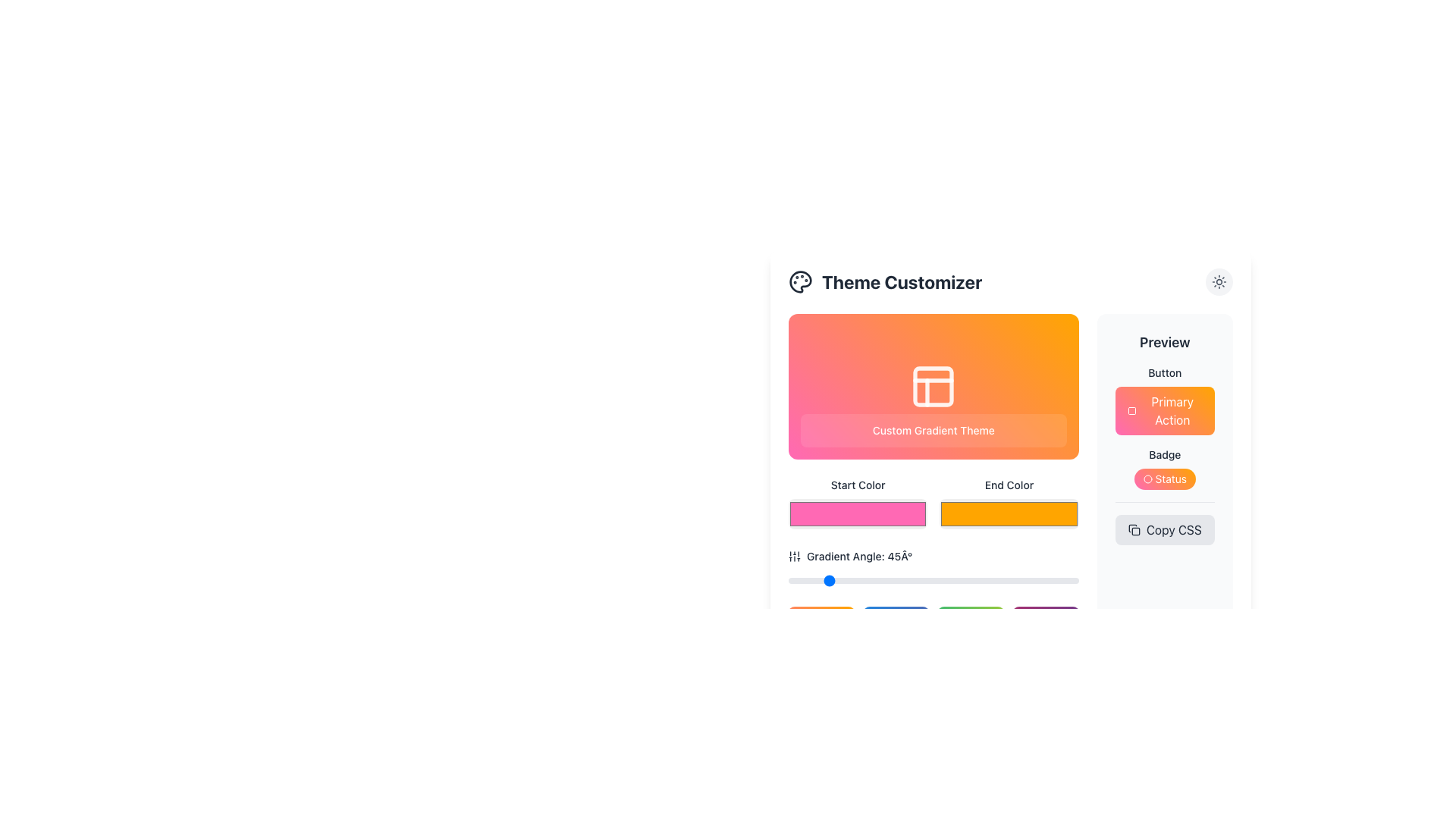 The width and height of the screenshot is (1456, 819). Describe the element at coordinates (1131, 411) in the screenshot. I see `the 'Primary Action' button located in the 'Preview' section by clicking on it, which contains a graphical icon to enhance its appeal` at that location.